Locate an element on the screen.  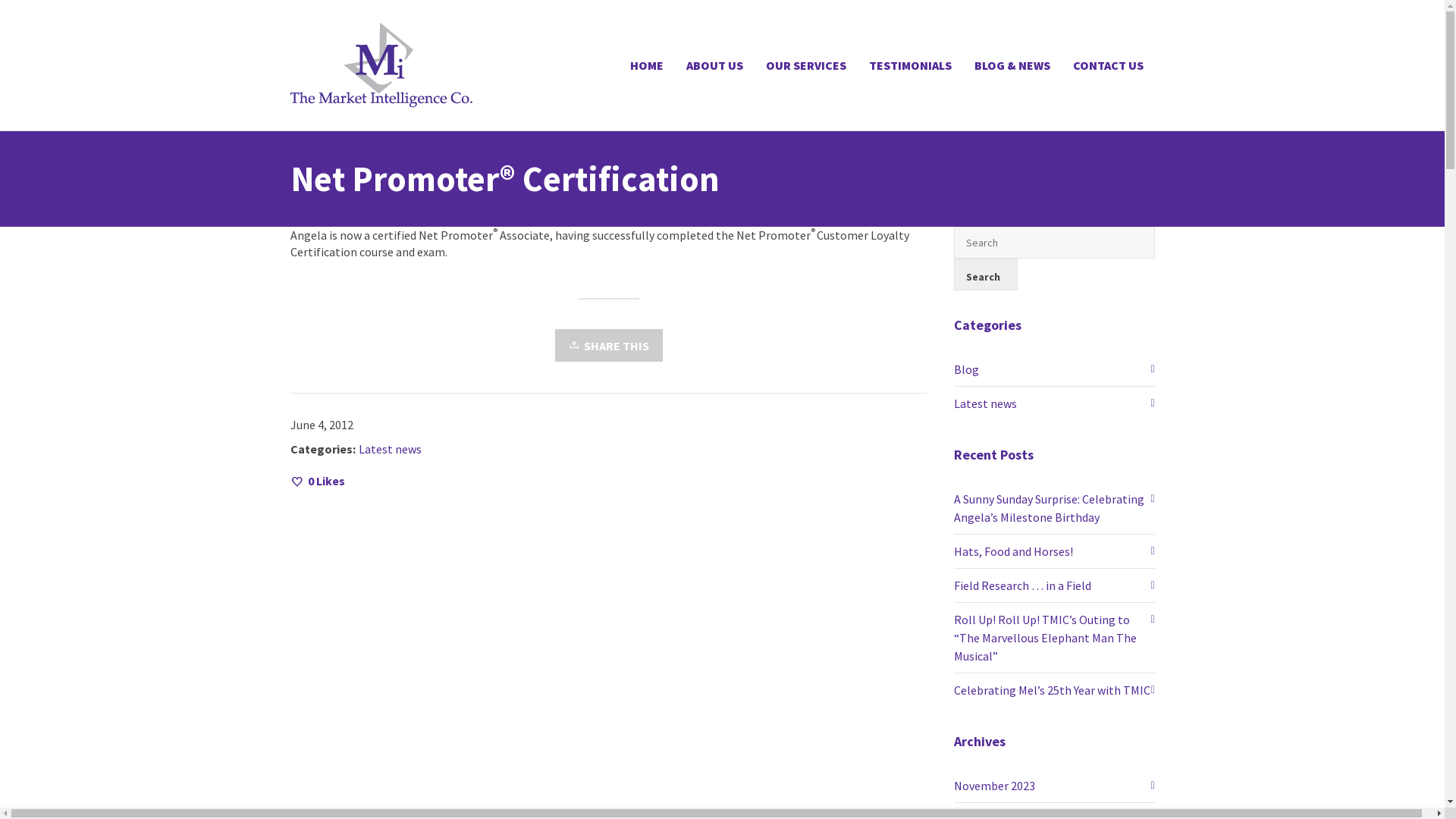
'Hats, Food and Horses!' is located at coordinates (1053, 551).